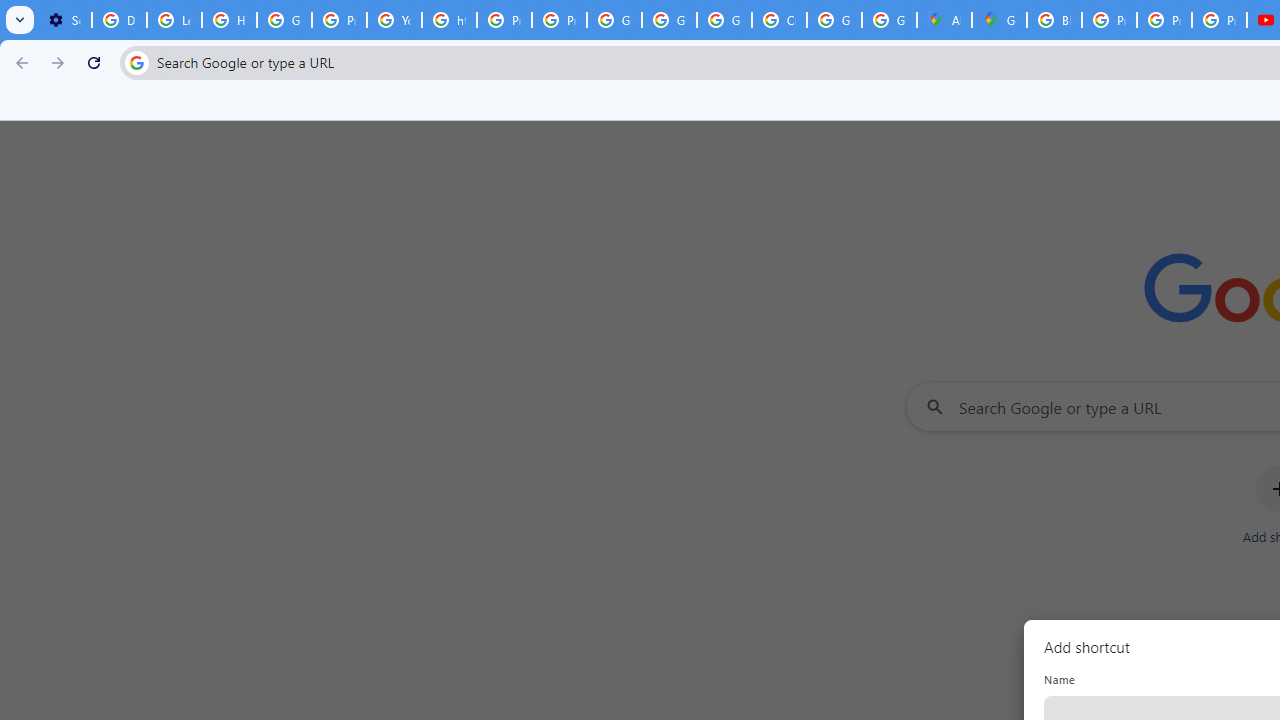  I want to click on 'Privacy Help Center - Policies Help', so click(1164, 20).